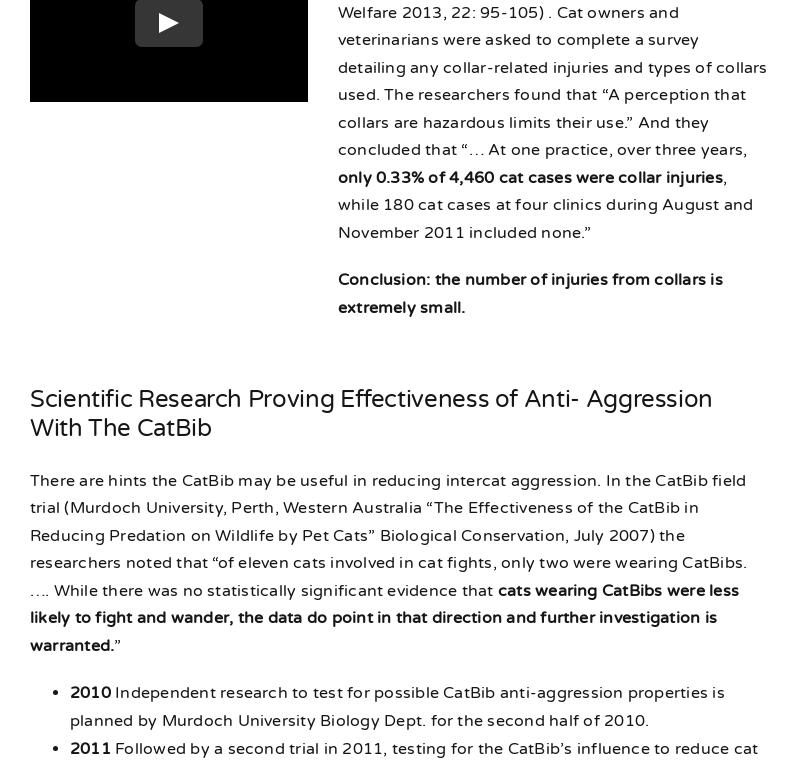 Image resolution: width=800 pixels, height=769 pixels. What do you see at coordinates (387, 533) in the screenshot?
I see `'There are hints the CatBib may be useful in reducing intercat aggression. In the CatBib field trial (Murdoch University, Perth, Western Australia “The Effectiveness of the CatBib in Reducing Predation on Wildlife by Pet Cats” Biological Conservation, July 2007) the researchers noted that “of eleven cats involved in cat fights, only two were wearing CatBibs. …. While there was no statistically significant evidence that'` at bounding box center [387, 533].